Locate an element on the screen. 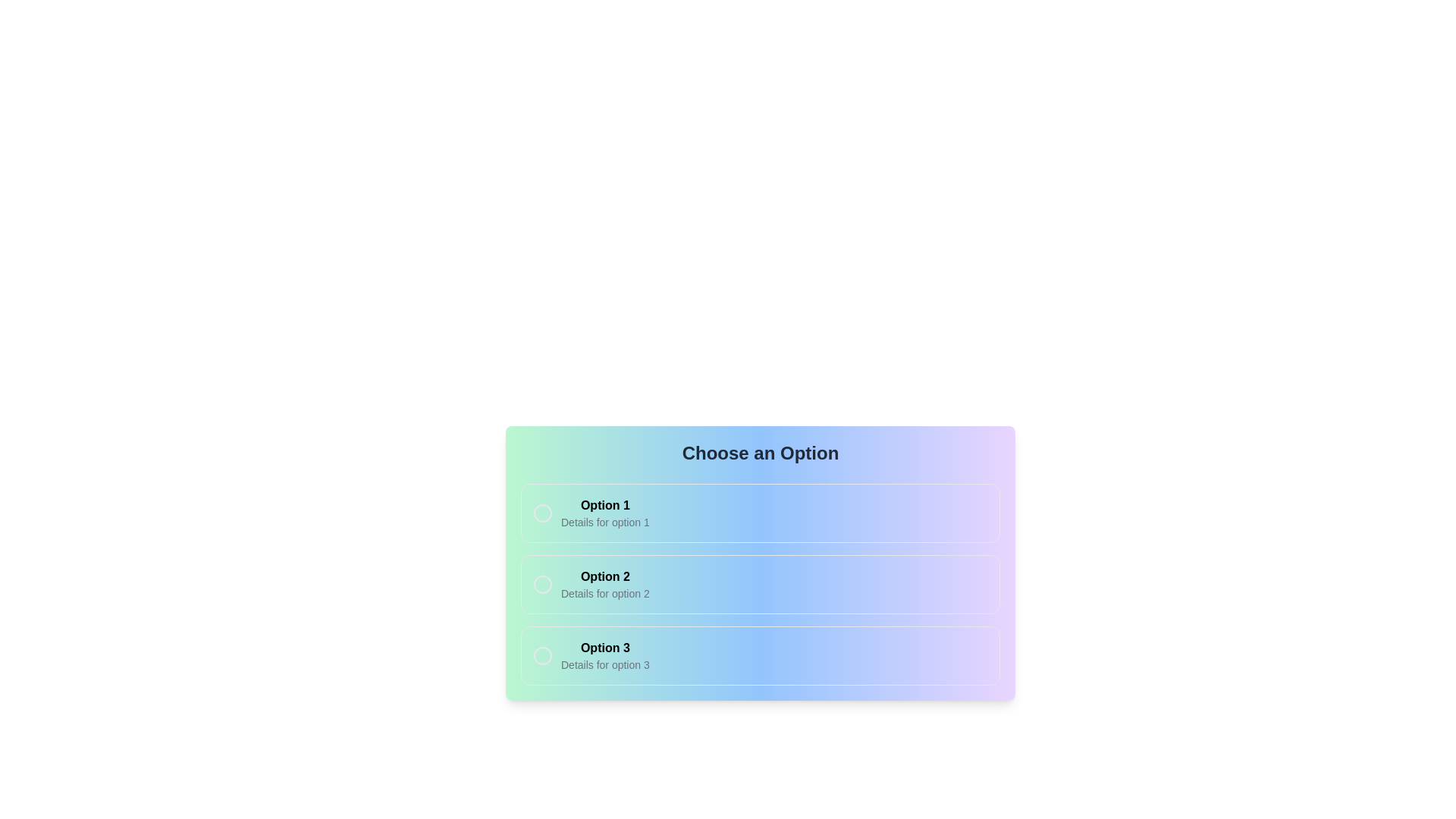 The image size is (1456, 819). the informational label that reads 'Details for option 1,' which is styled with a smaller font size and gray color, located directly beneath the primary label 'Option 1.' is located at coordinates (604, 522).